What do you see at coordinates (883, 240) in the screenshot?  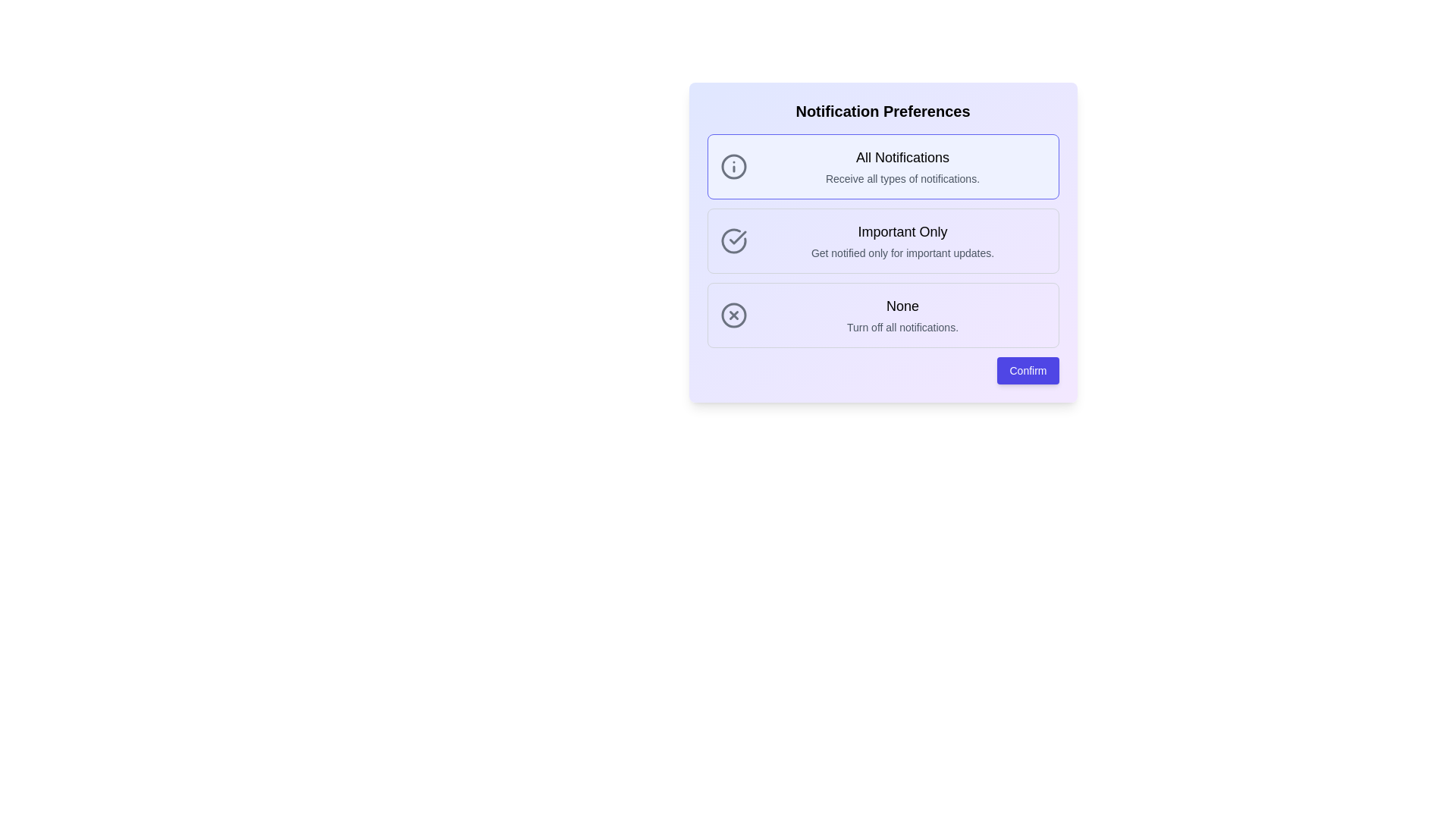 I see `the selectable option block labeled 'Important Only' with a checkmark icon, positioned centrally in the modal dialog titled 'Notification Preferences'` at bounding box center [883, 240].